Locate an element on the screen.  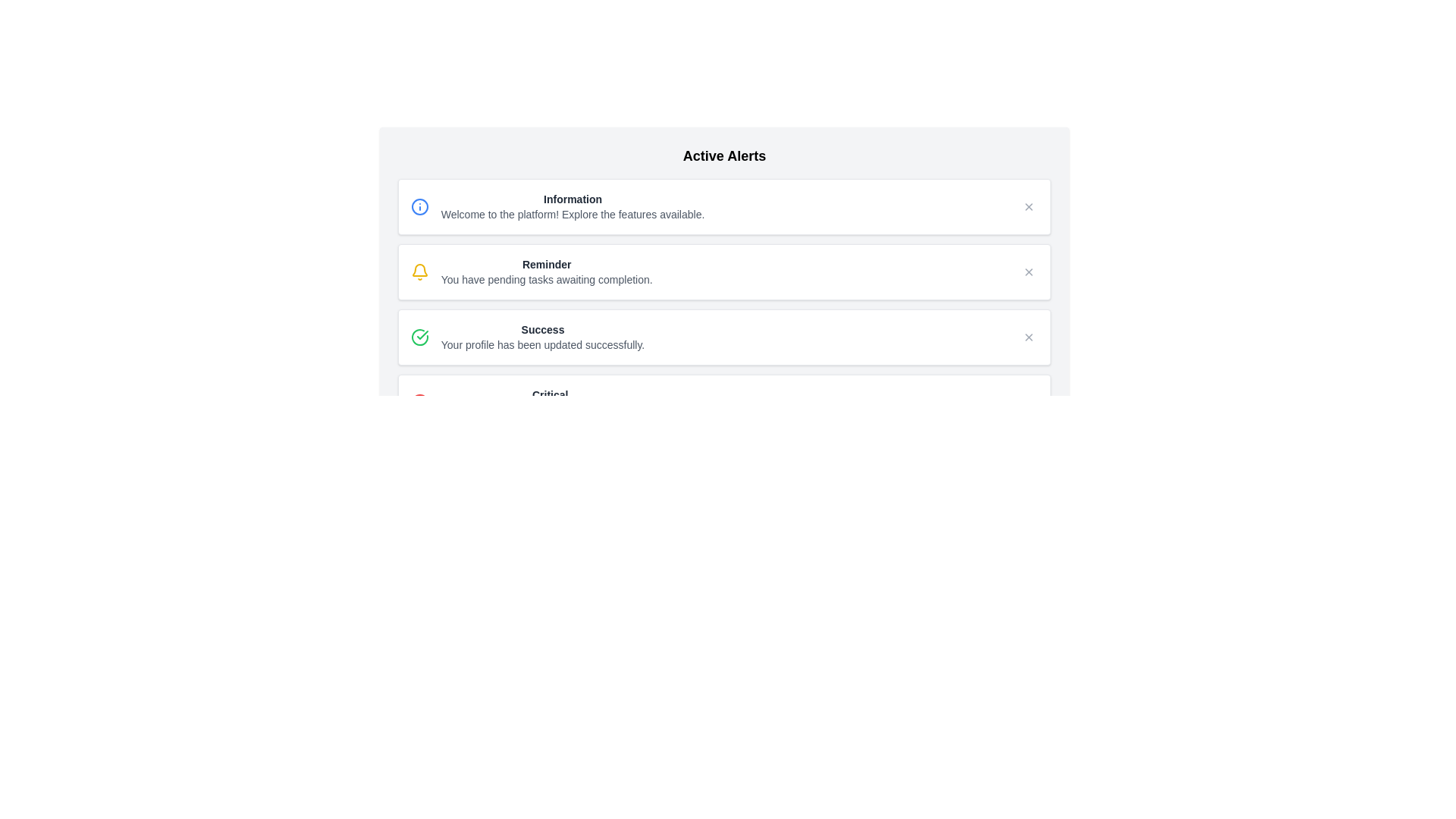
critical notification message in the fourth alert of the list, which prompts the user to verify their email for full platform access is located at coordinates (549, 402).